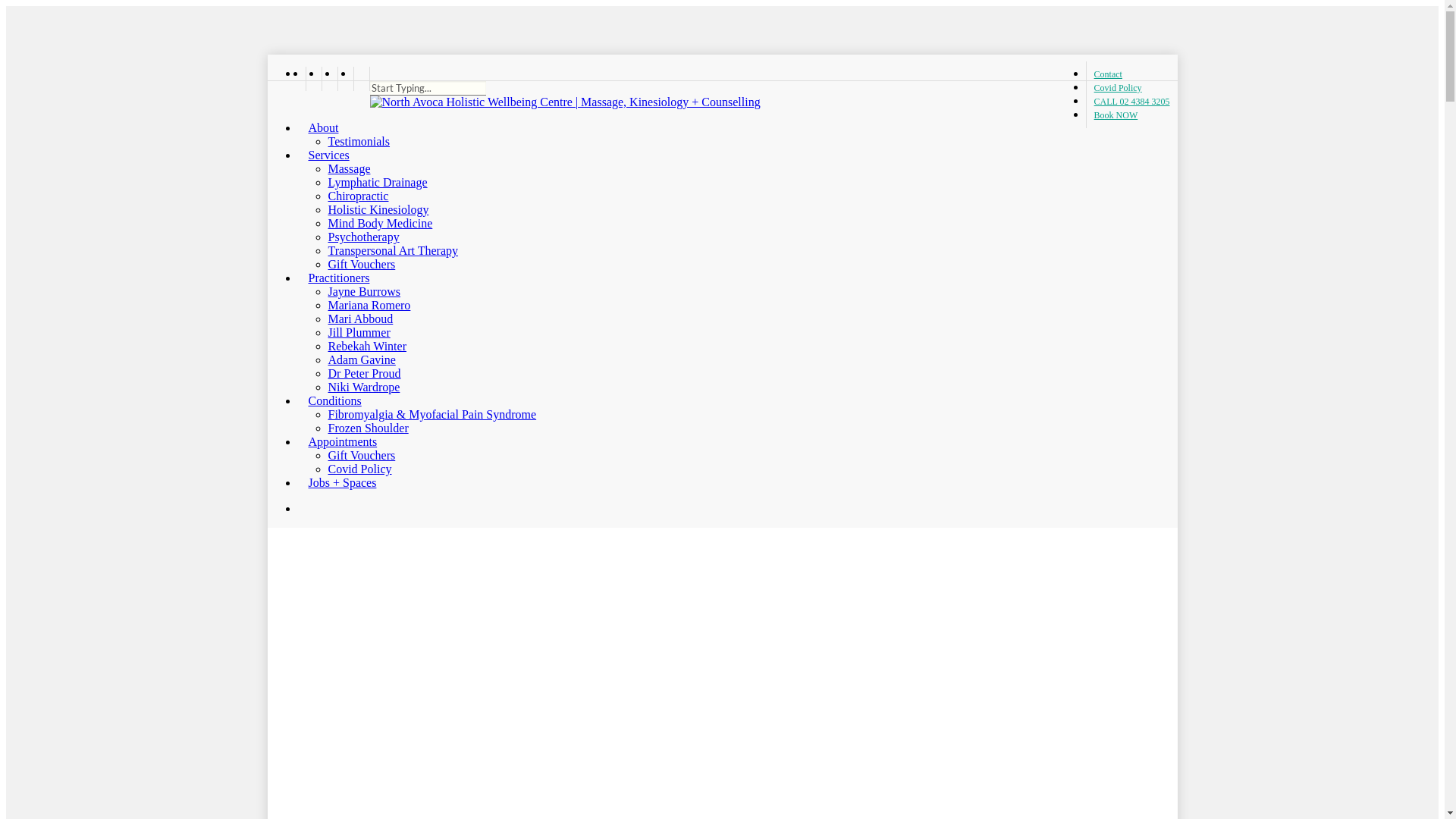 The height and width of the screenshot is (819, 1456). I want to click on 'Rebekah Winter', so click(366, 346).